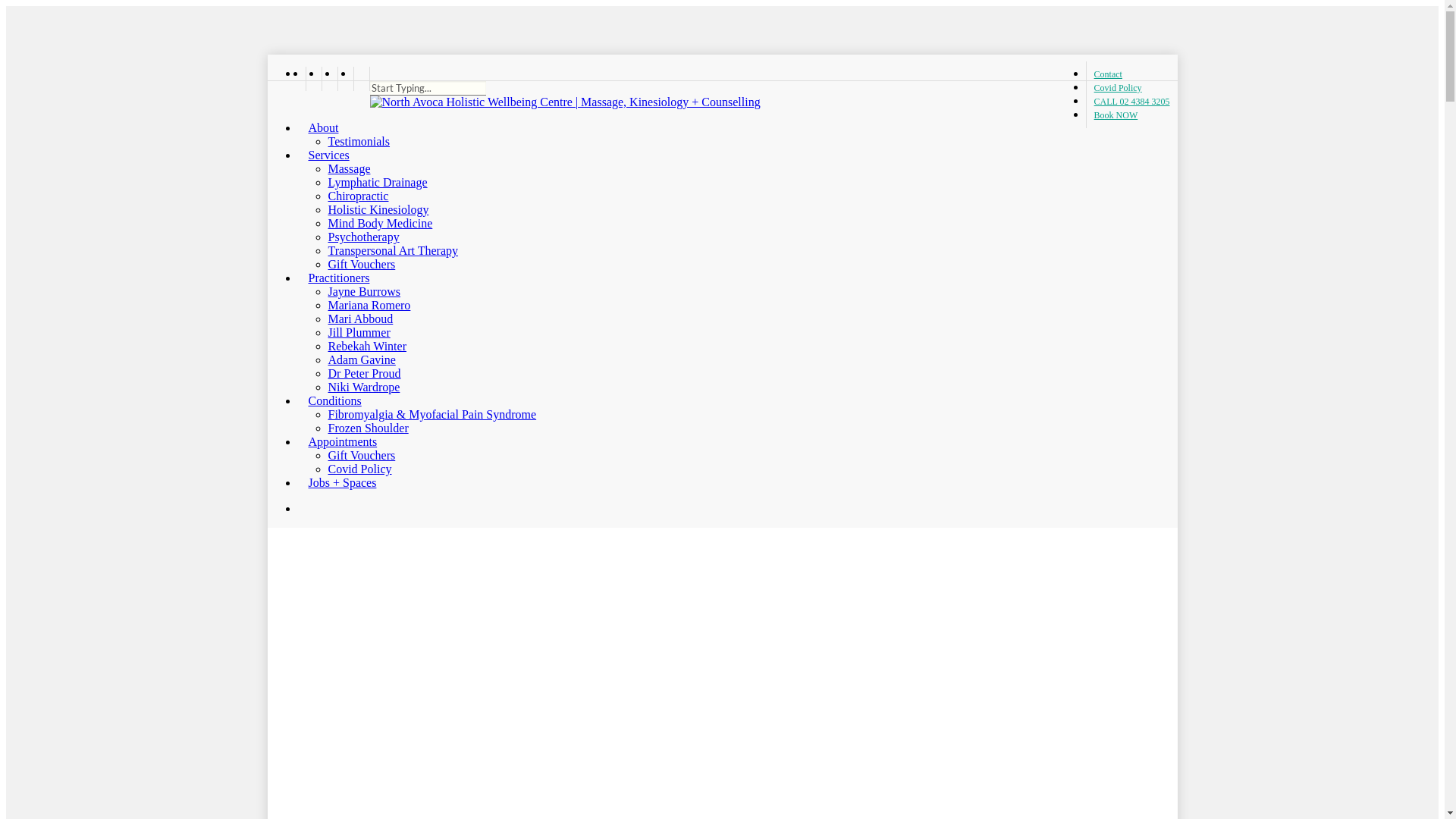 The height and width of the screenshot is (819, 1456). I want to click on 'Rebekah Winter', so click(366, 346).